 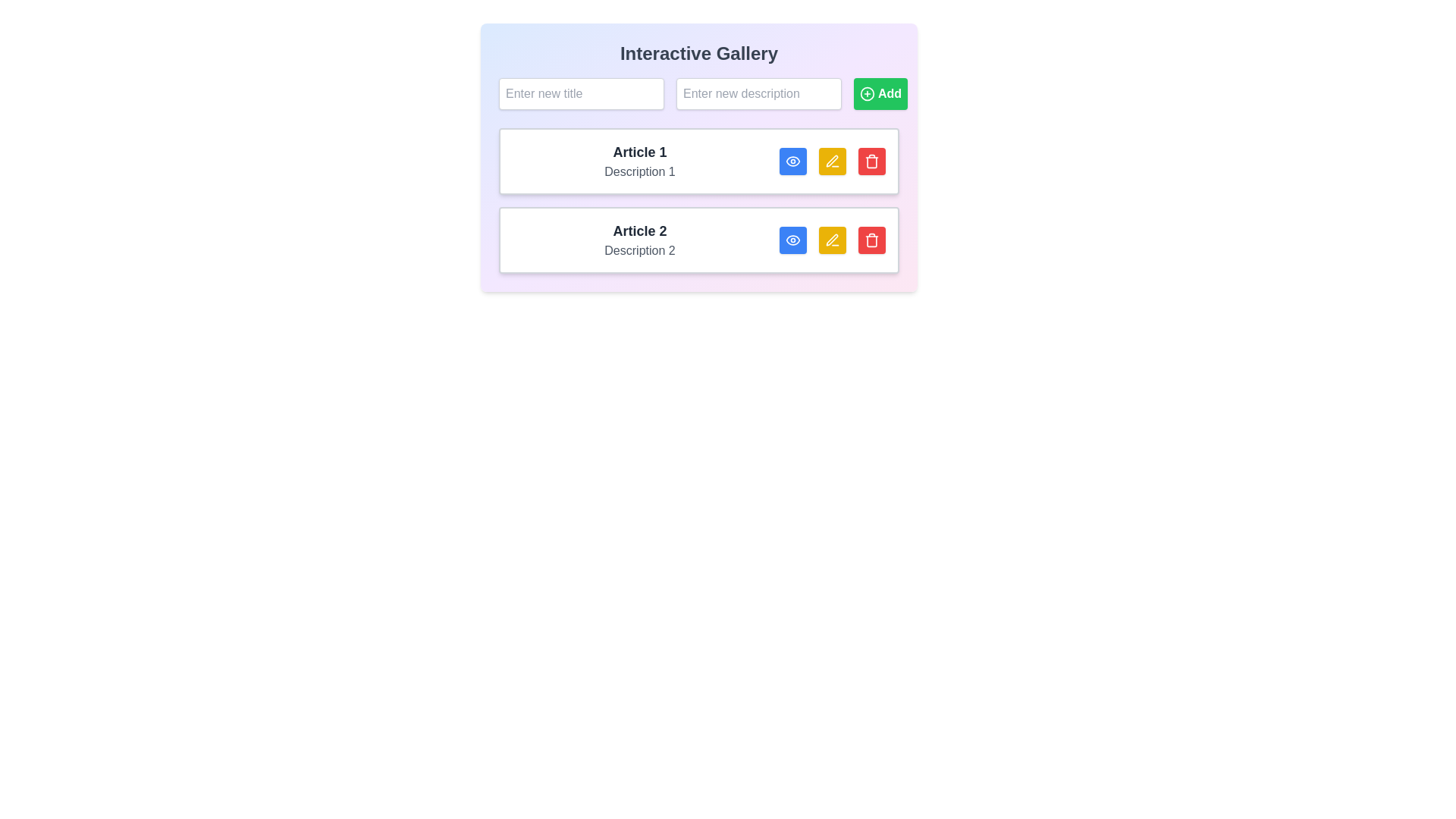 What do you see at coordinates (792, 161) in the screenshot?
I see `the first action button located to the right of the textual content in the first list item` at bounding box center [792, 161].